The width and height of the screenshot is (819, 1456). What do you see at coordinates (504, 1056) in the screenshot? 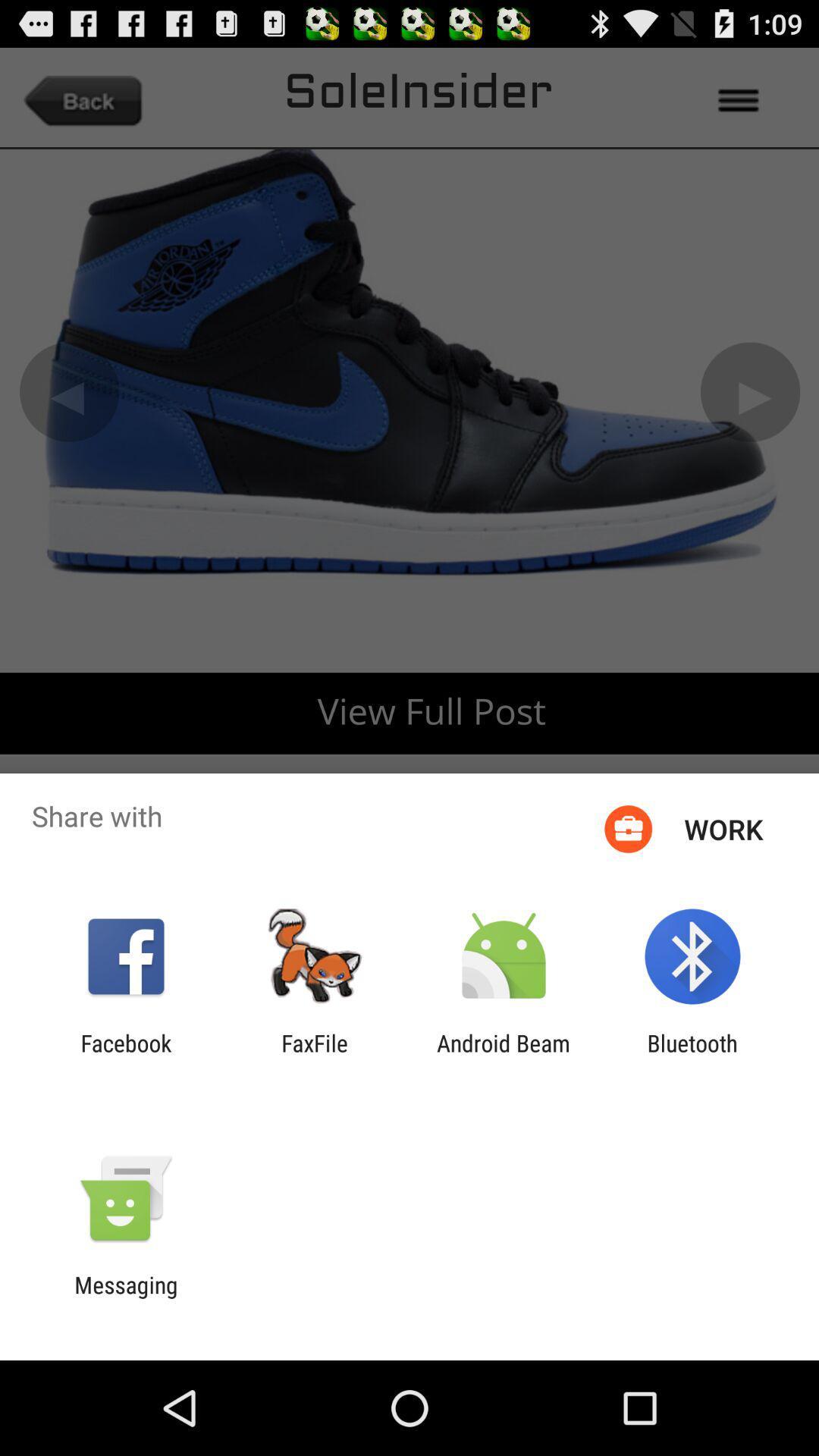
I see `the item to the left of the bluetooth item` at bounding box center [504, 1056].